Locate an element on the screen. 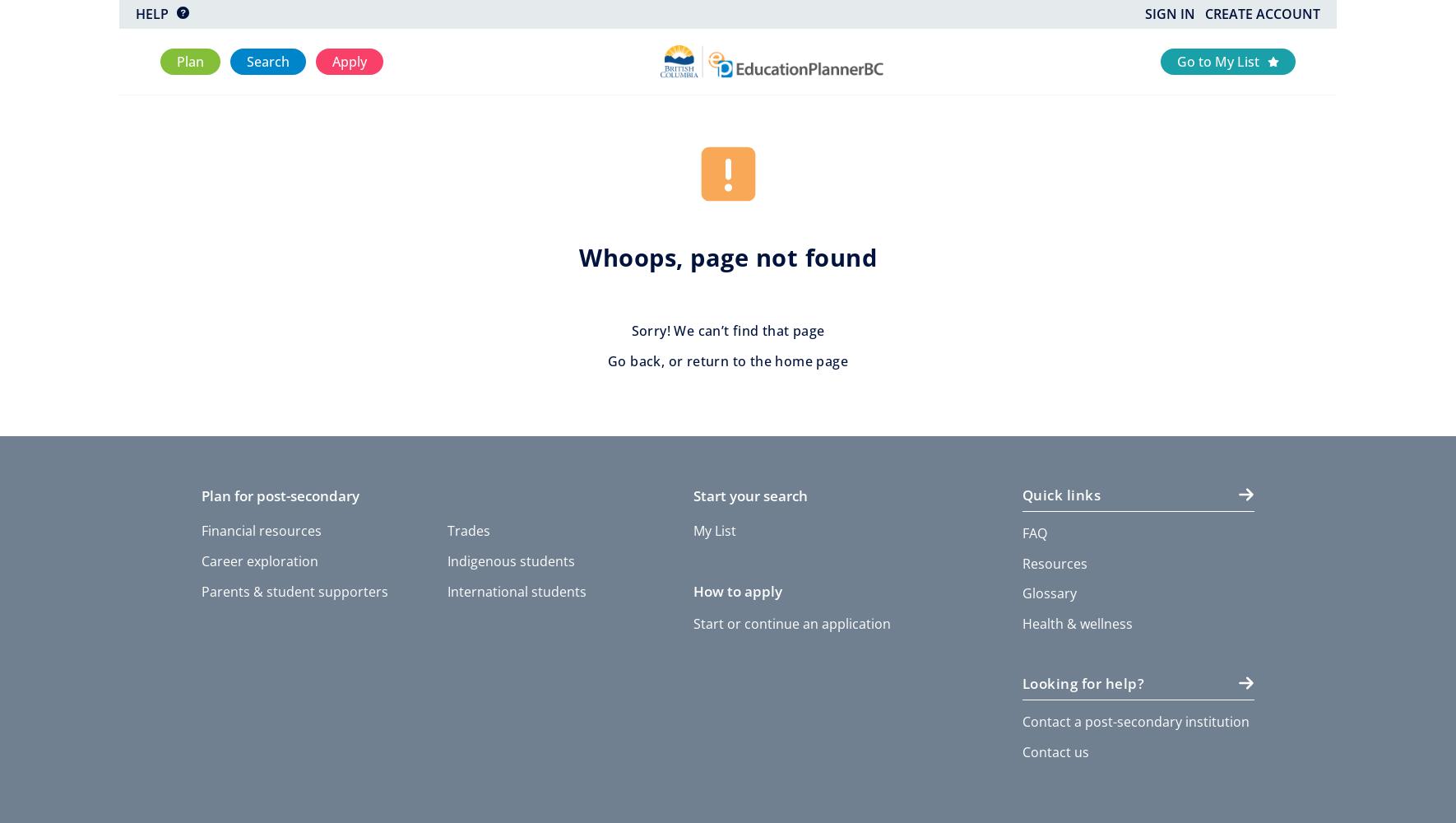  'Search' is located at coordinates (246, 60).